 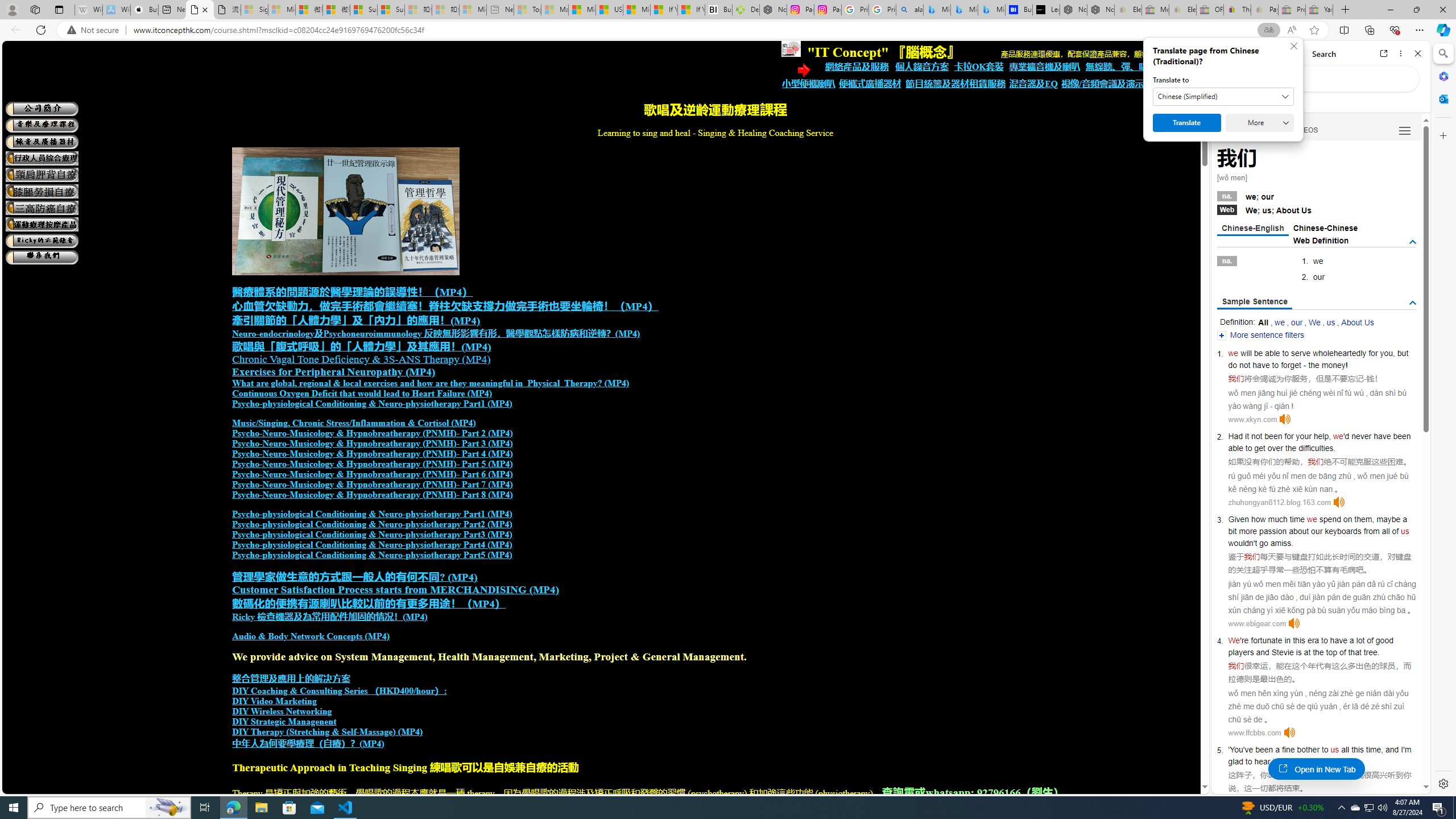 What do you see at coordinates (1326, 78) in the screenshot?
I see `'Search the web'` at bounding box center [1326, 78].